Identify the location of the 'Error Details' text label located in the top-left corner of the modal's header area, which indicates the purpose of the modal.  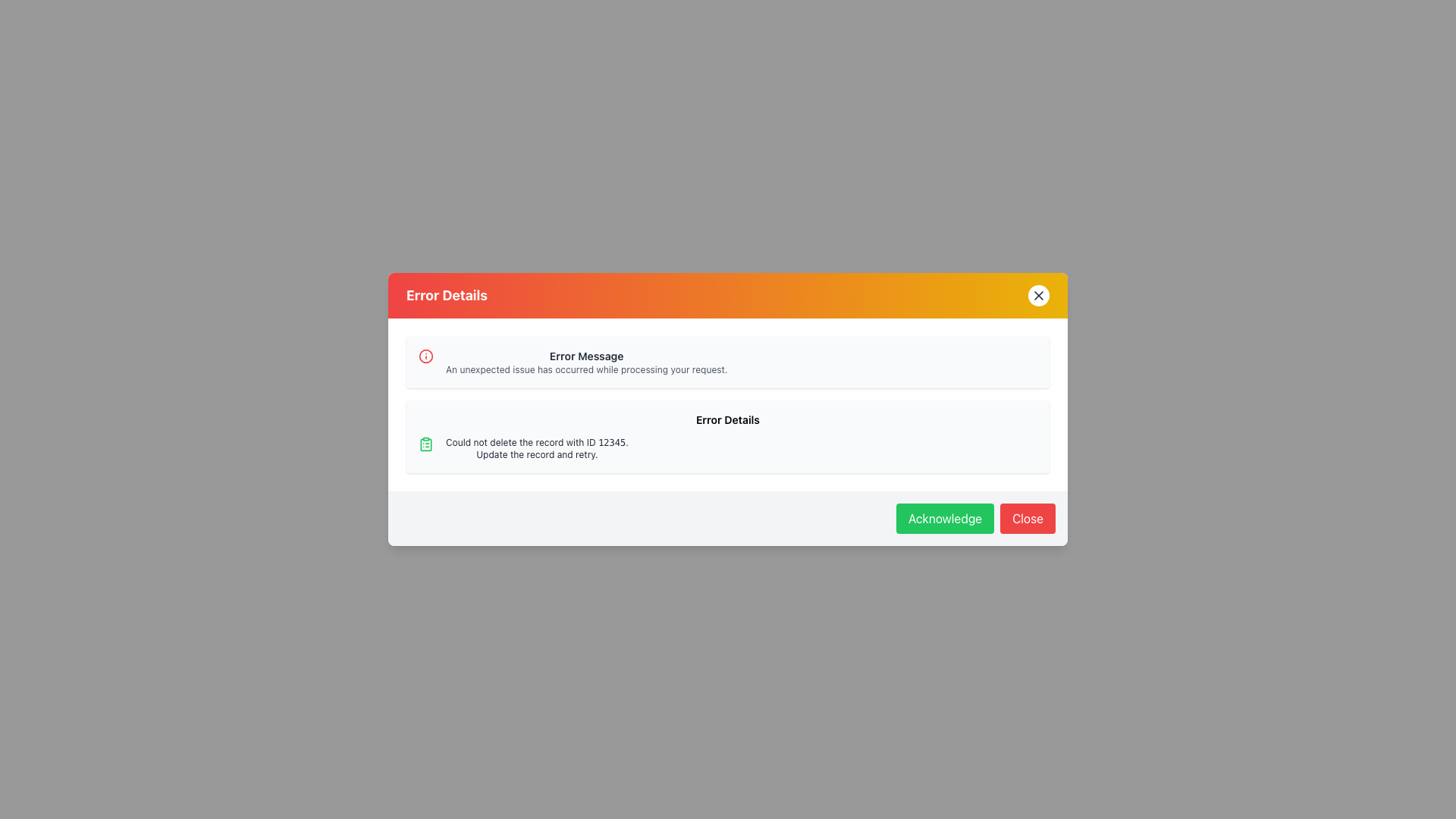
(446, 295).